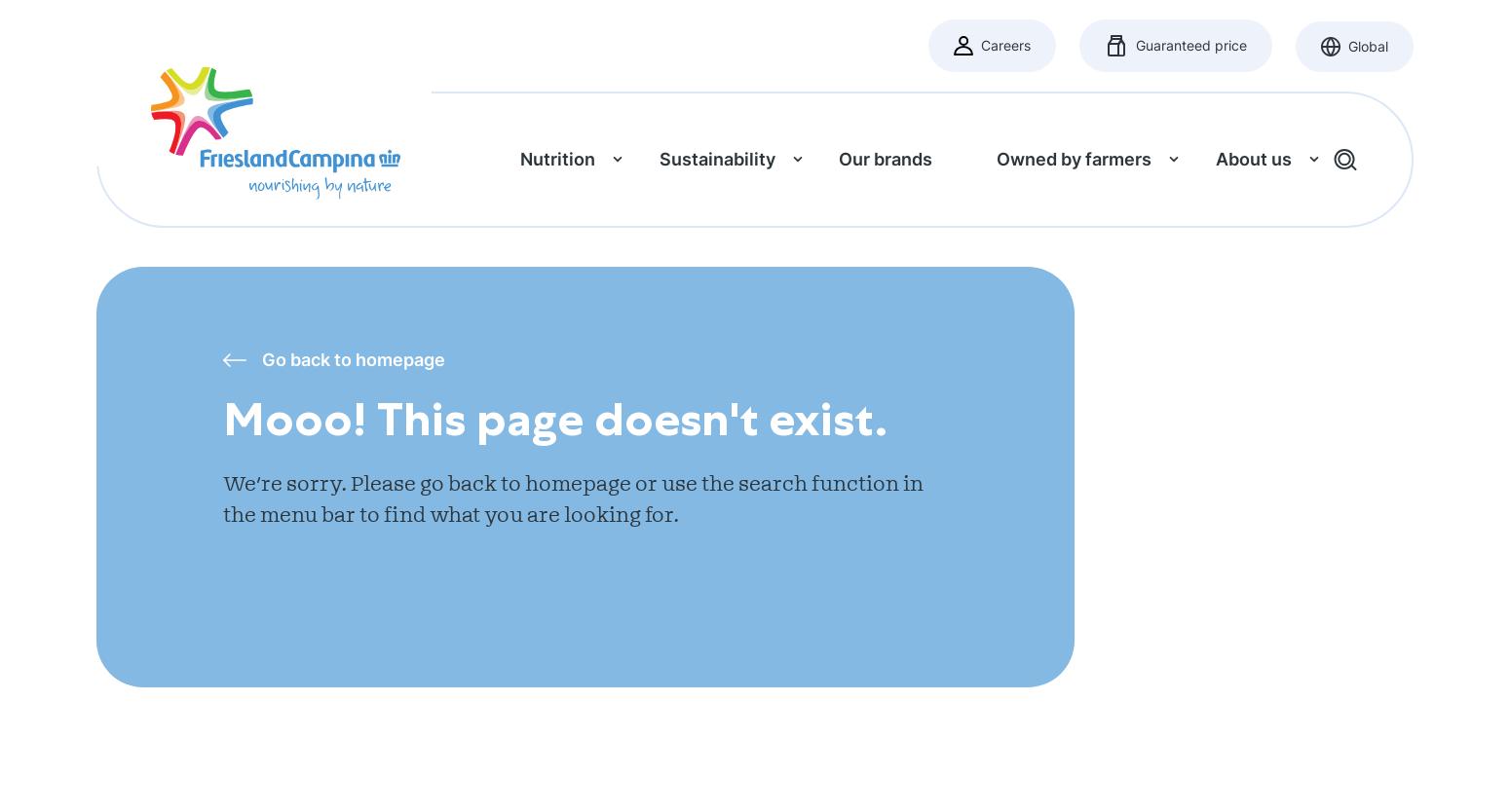 The width and height of the screenshot is (1510, 812). What do you see at coordinates (549, 240) in the screenshot?
I see `'Story of Milk'` at bounding box center [549, 240].